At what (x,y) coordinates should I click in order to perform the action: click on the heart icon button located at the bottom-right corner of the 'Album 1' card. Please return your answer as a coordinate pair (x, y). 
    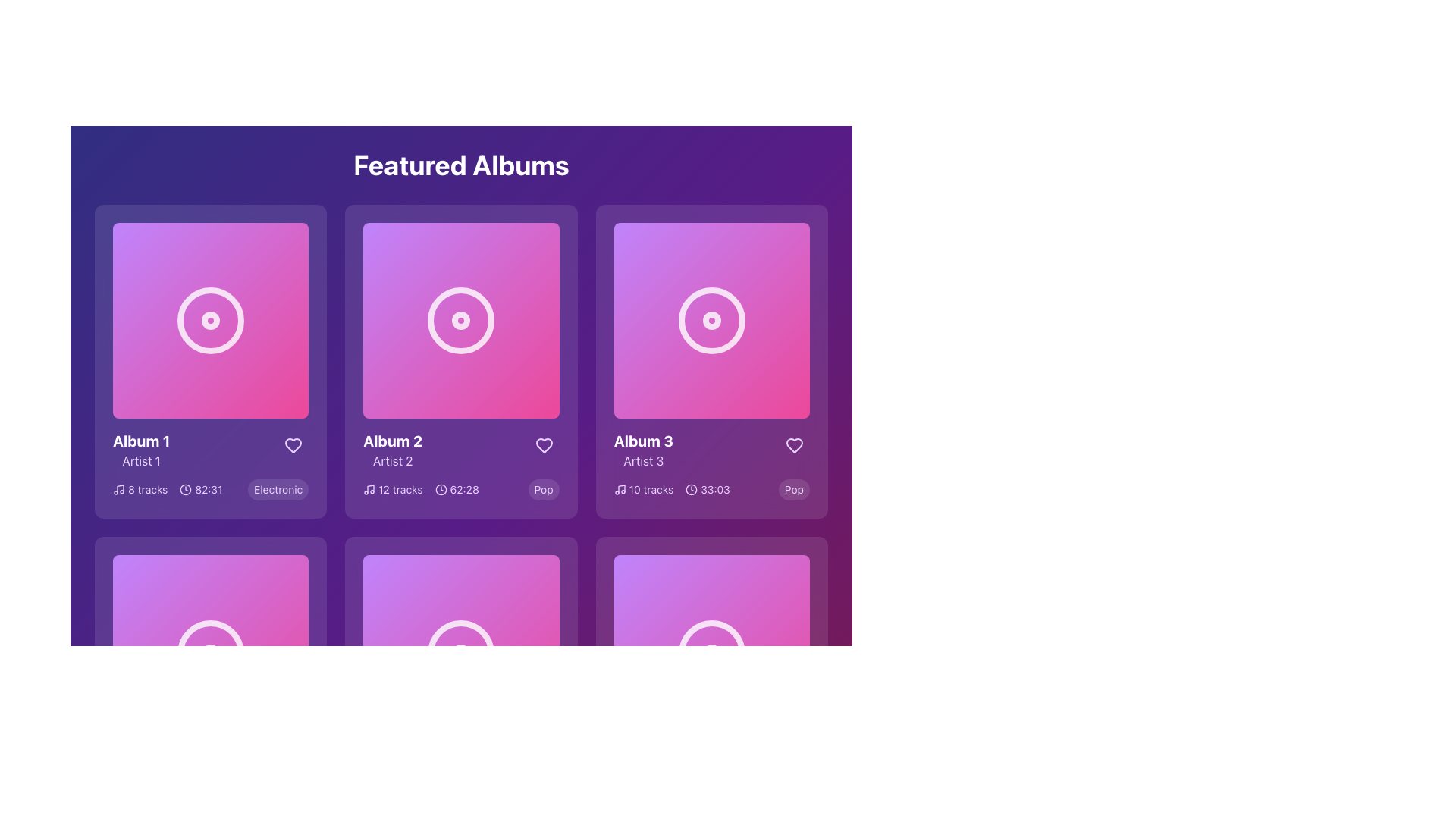
    Looking at the image, I should click on (293, 444).